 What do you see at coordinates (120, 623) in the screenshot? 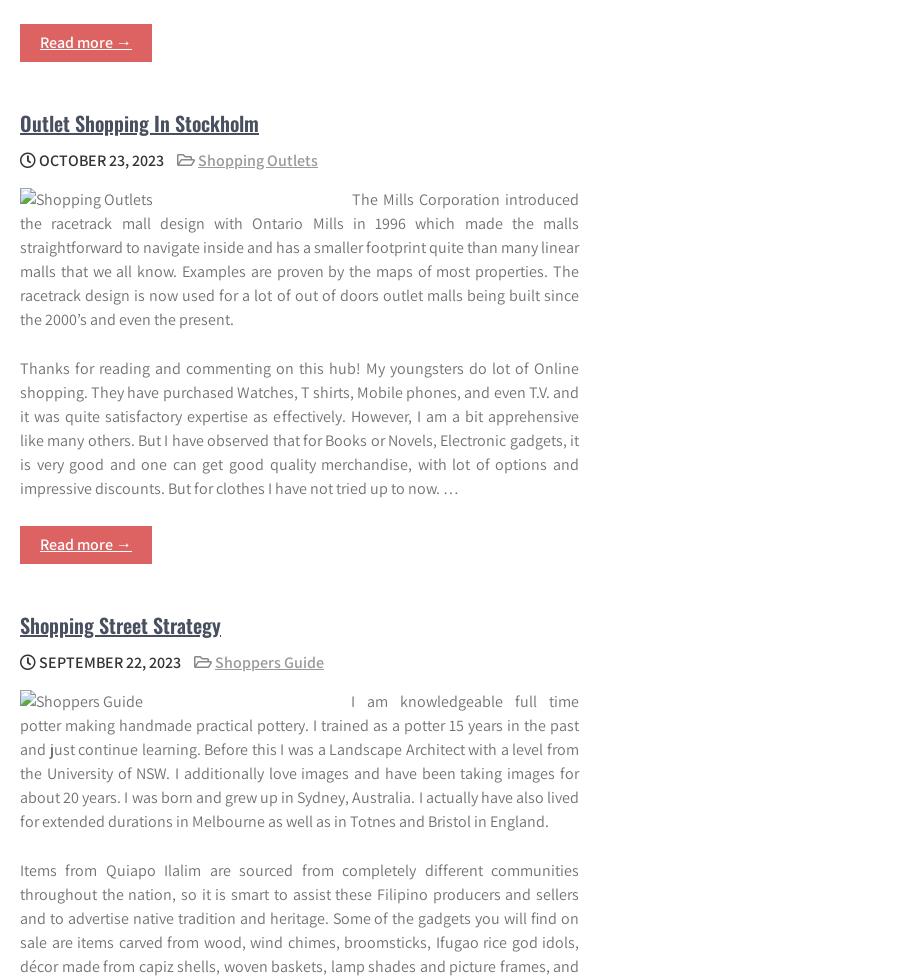
I see `'Shopping Street Strategy'` at bounding box center [120, 623].